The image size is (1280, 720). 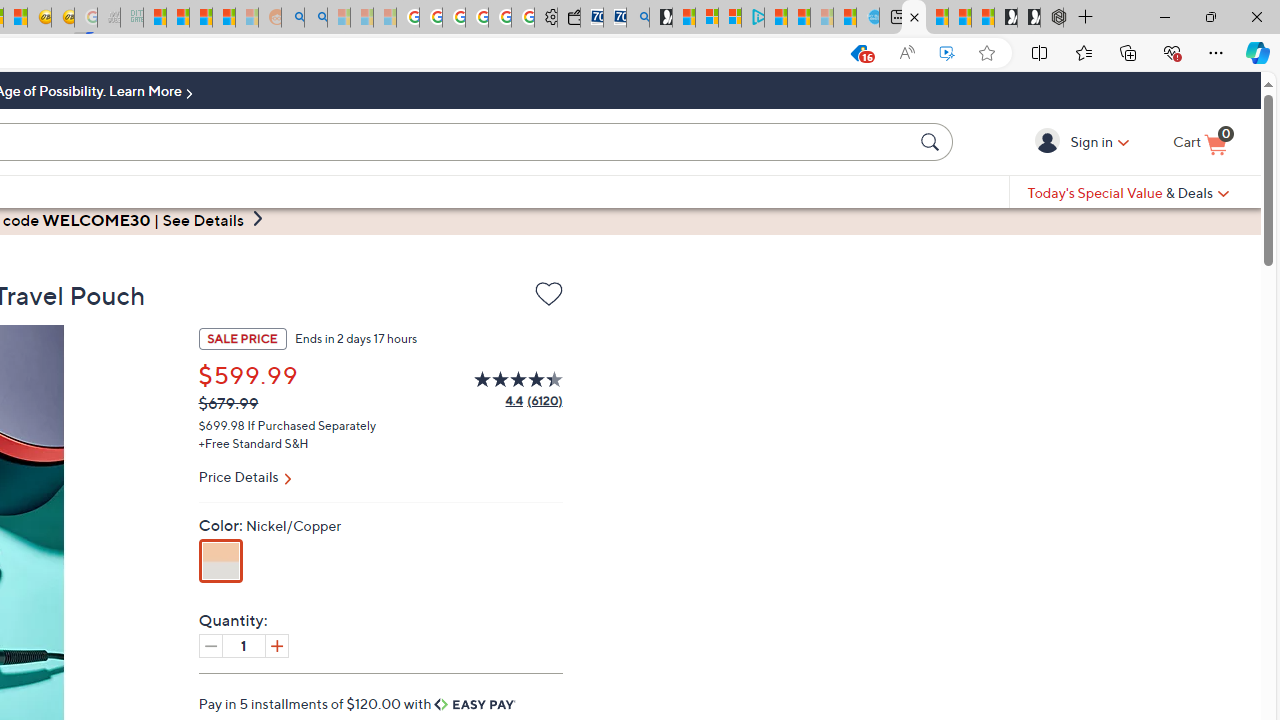 What do you see at coordinates (311, 423) in the screenshot?
I see `'If Purchased Separately'` at bounding box center [311, 423].